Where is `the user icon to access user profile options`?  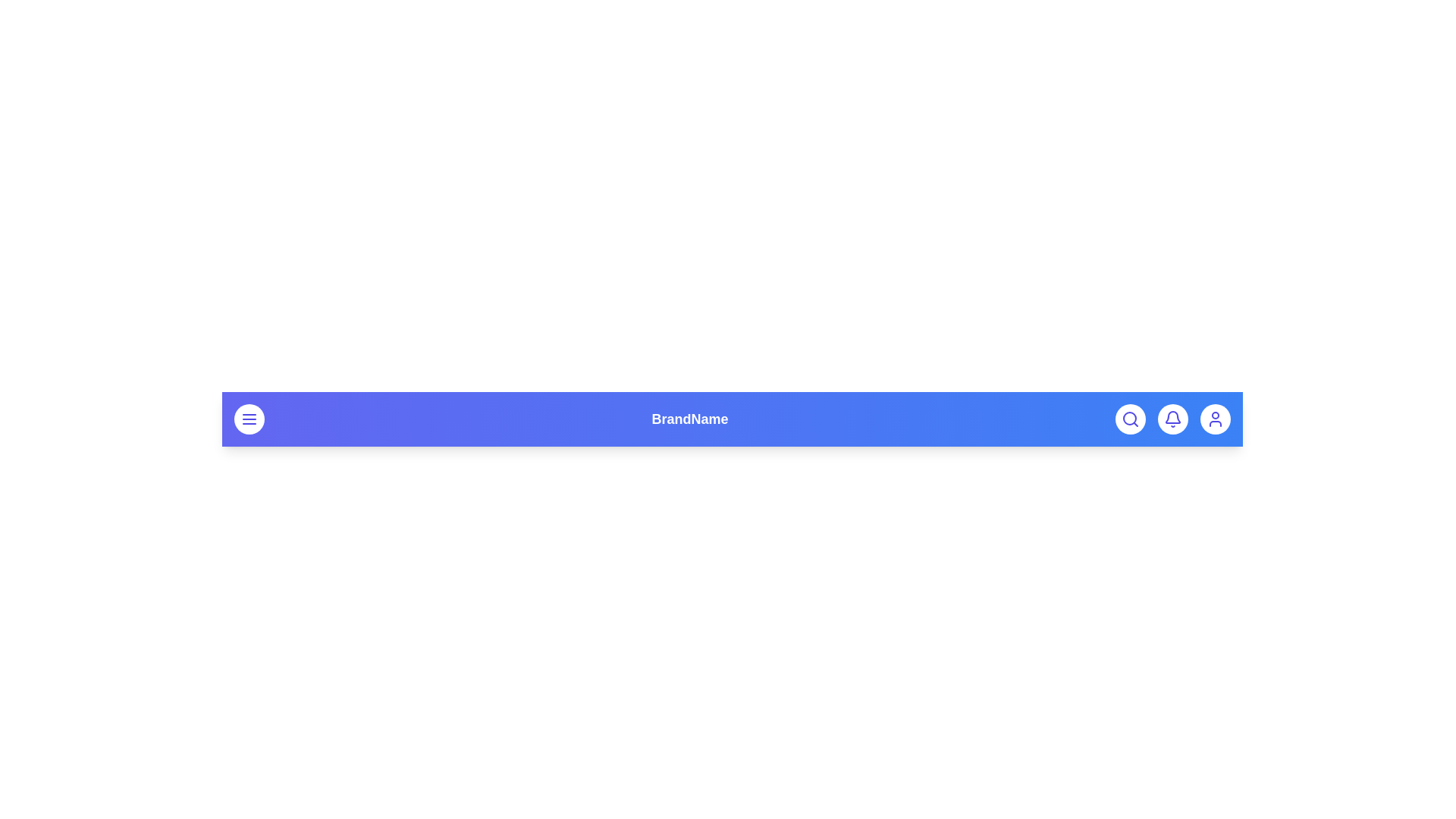 the user icon to access user profile options is located at coordinates (1216, 419).